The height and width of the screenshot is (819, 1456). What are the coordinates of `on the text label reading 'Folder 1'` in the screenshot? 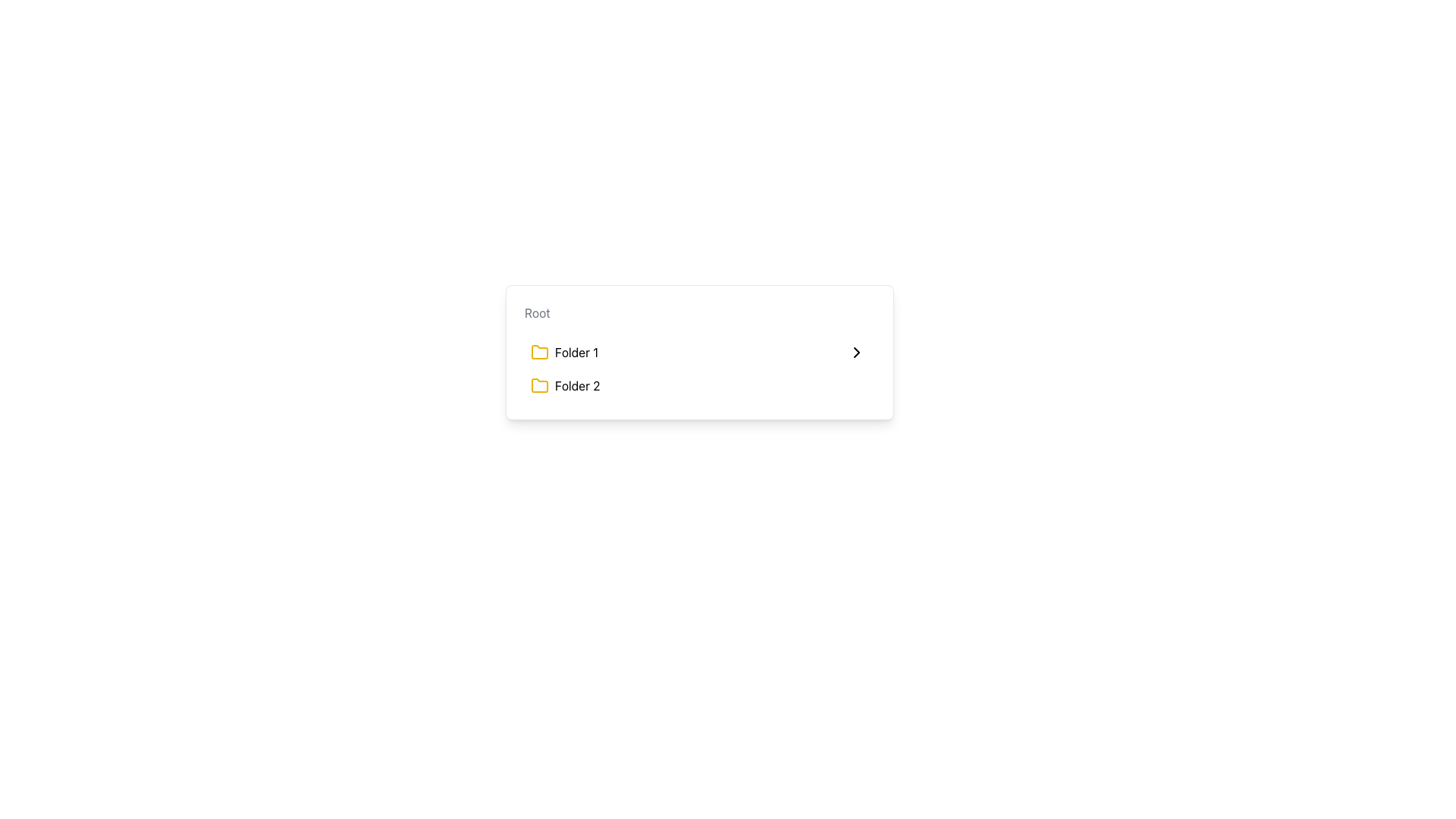 It's located at (576, 353).